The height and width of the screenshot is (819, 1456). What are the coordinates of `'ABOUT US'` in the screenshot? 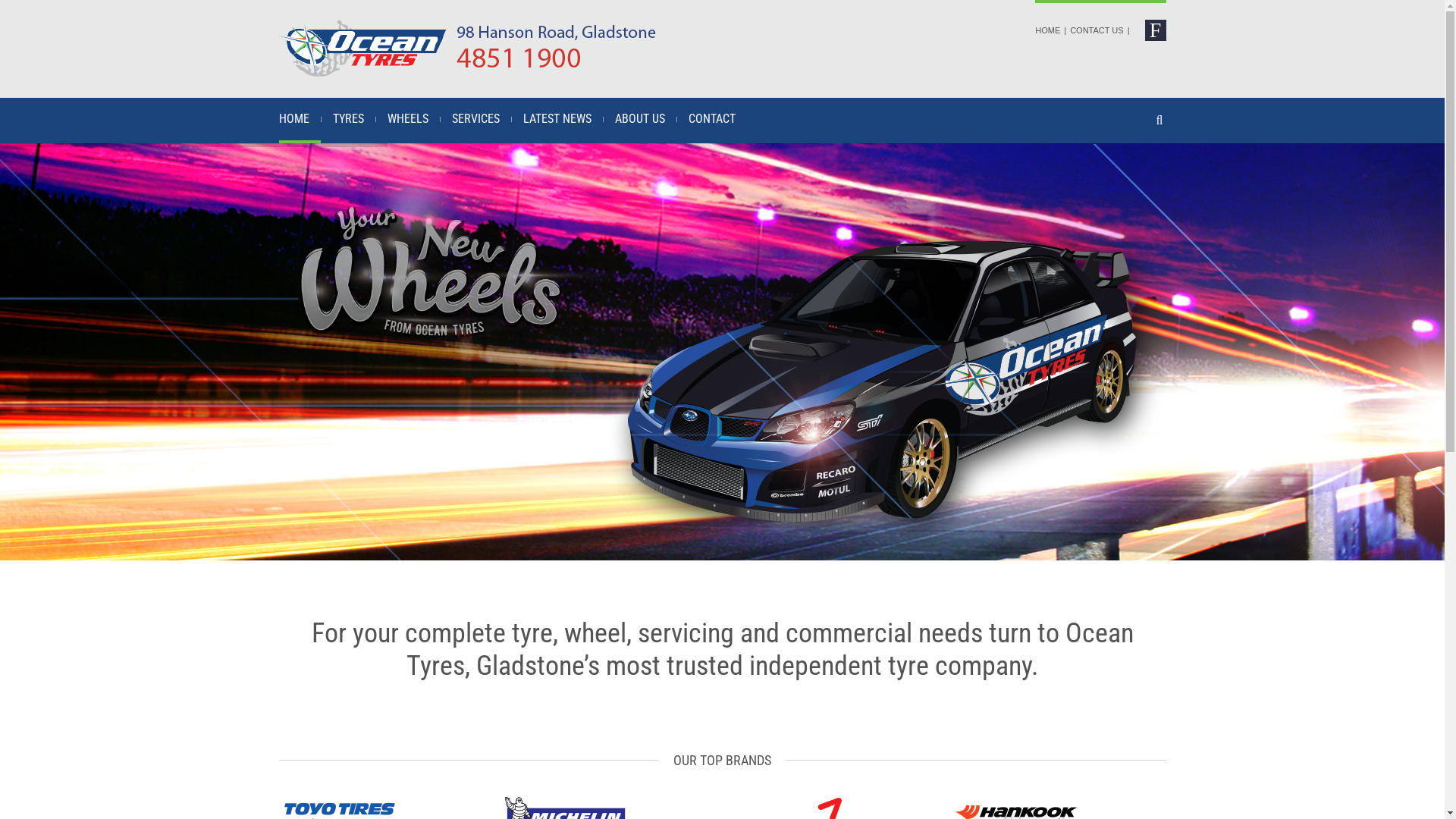 It's located at (640, 119).